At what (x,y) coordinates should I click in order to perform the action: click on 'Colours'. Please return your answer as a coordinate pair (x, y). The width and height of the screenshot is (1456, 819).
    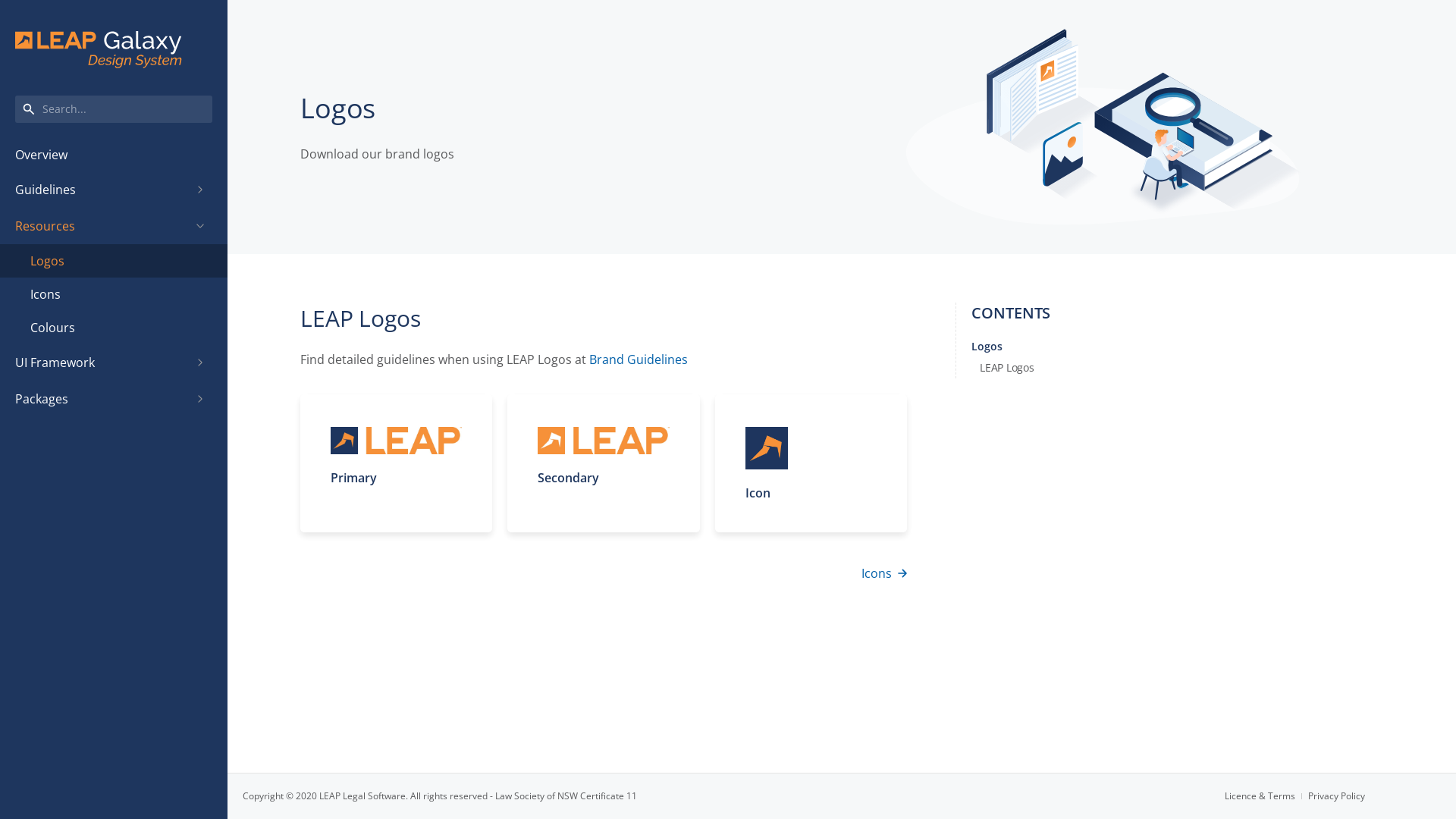
    Looking at the image, I should click on (112, 327).